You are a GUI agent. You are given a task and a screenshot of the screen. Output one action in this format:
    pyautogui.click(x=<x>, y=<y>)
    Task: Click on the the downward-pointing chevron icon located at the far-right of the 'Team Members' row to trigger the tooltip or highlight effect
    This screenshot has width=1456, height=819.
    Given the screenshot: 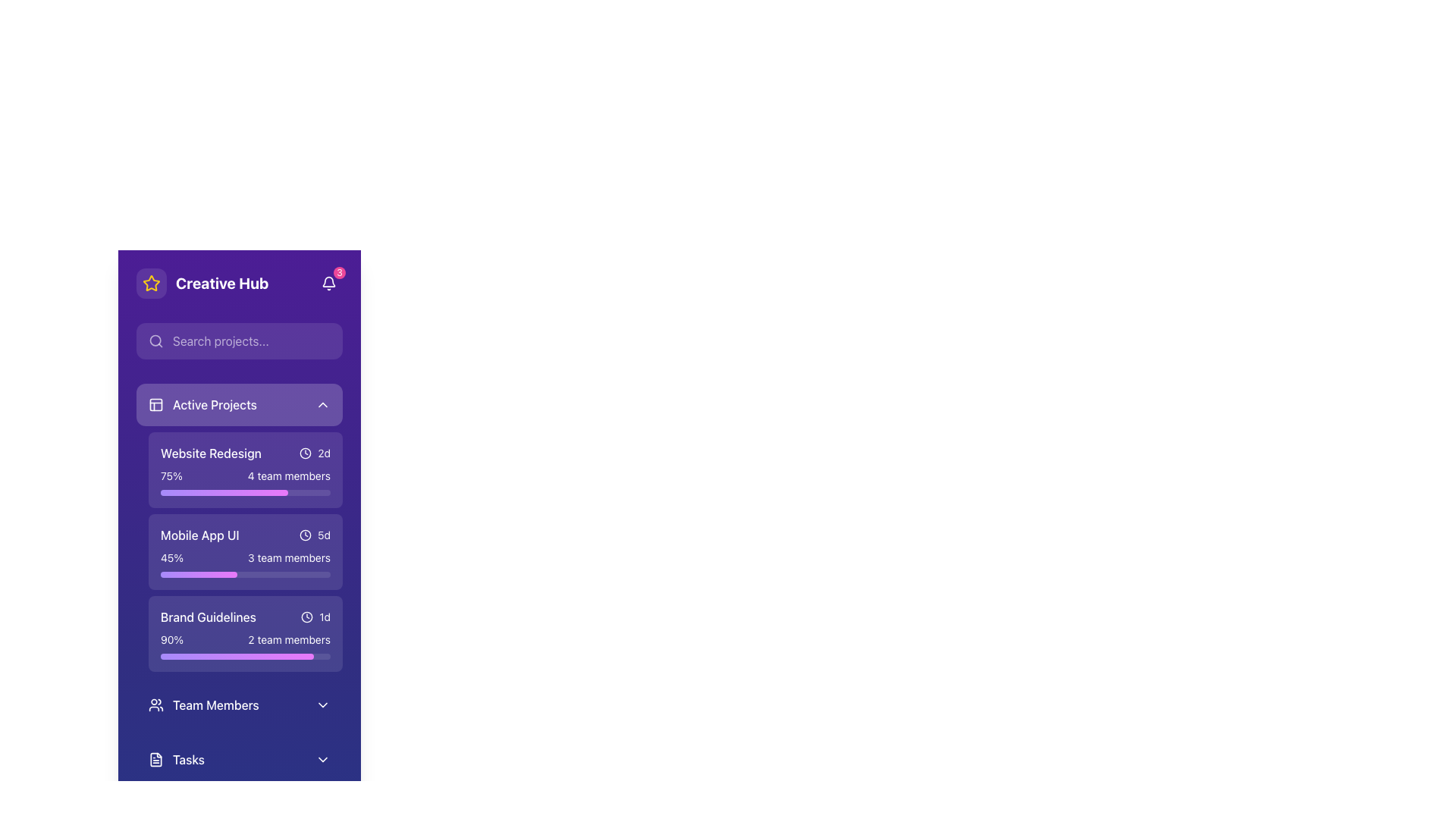 What is the action you would take?
    pyautogui.click(x=322, y=704)
    